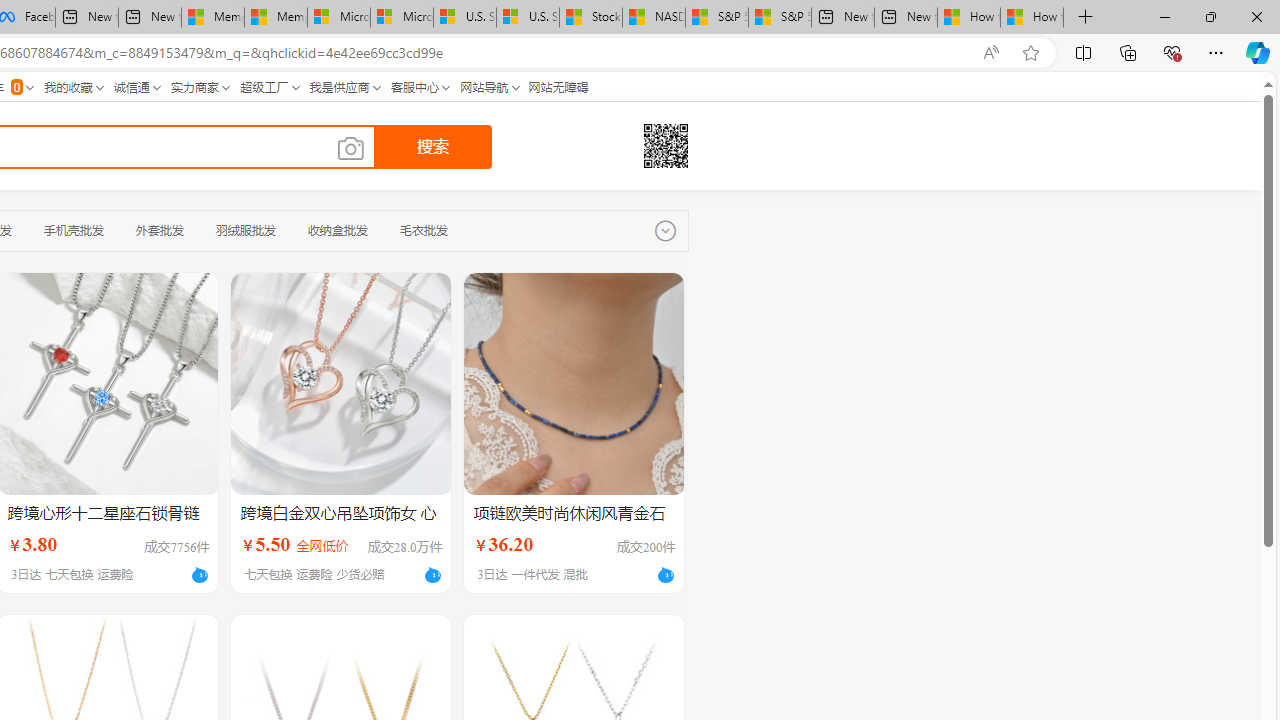  What do you see at coordinates (779, 17) in the screenshot?
I see `'S&P 500, Nasdaq end lower, weighed by Nvidia dip | Watch'` at bounding box center [779, 17].